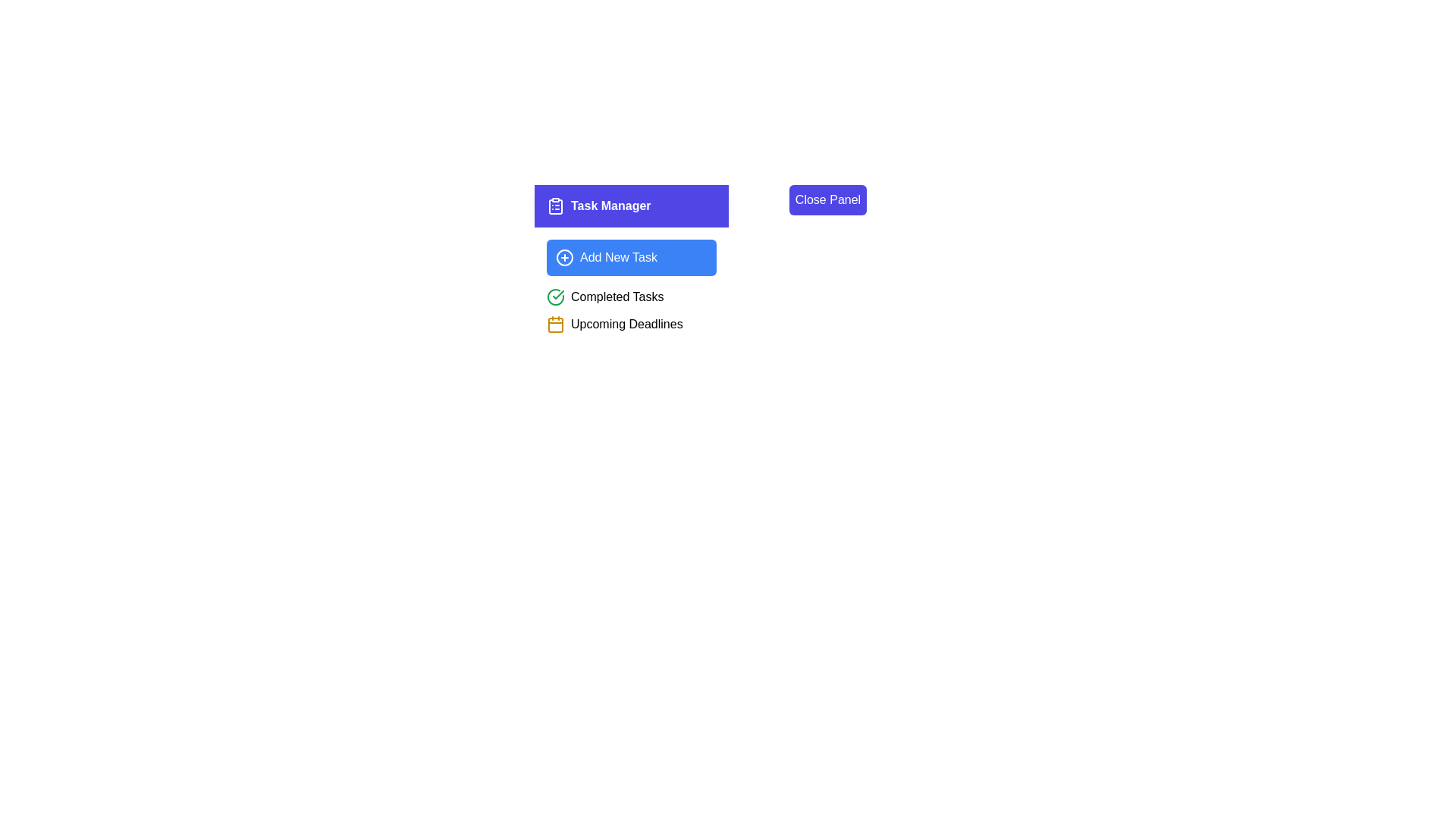 The image size is (1456, 819). What do you see at coordinates (632, 256) in the screenshot?
I see `the 'Add New Task' button` at bounding box center [632, 256].